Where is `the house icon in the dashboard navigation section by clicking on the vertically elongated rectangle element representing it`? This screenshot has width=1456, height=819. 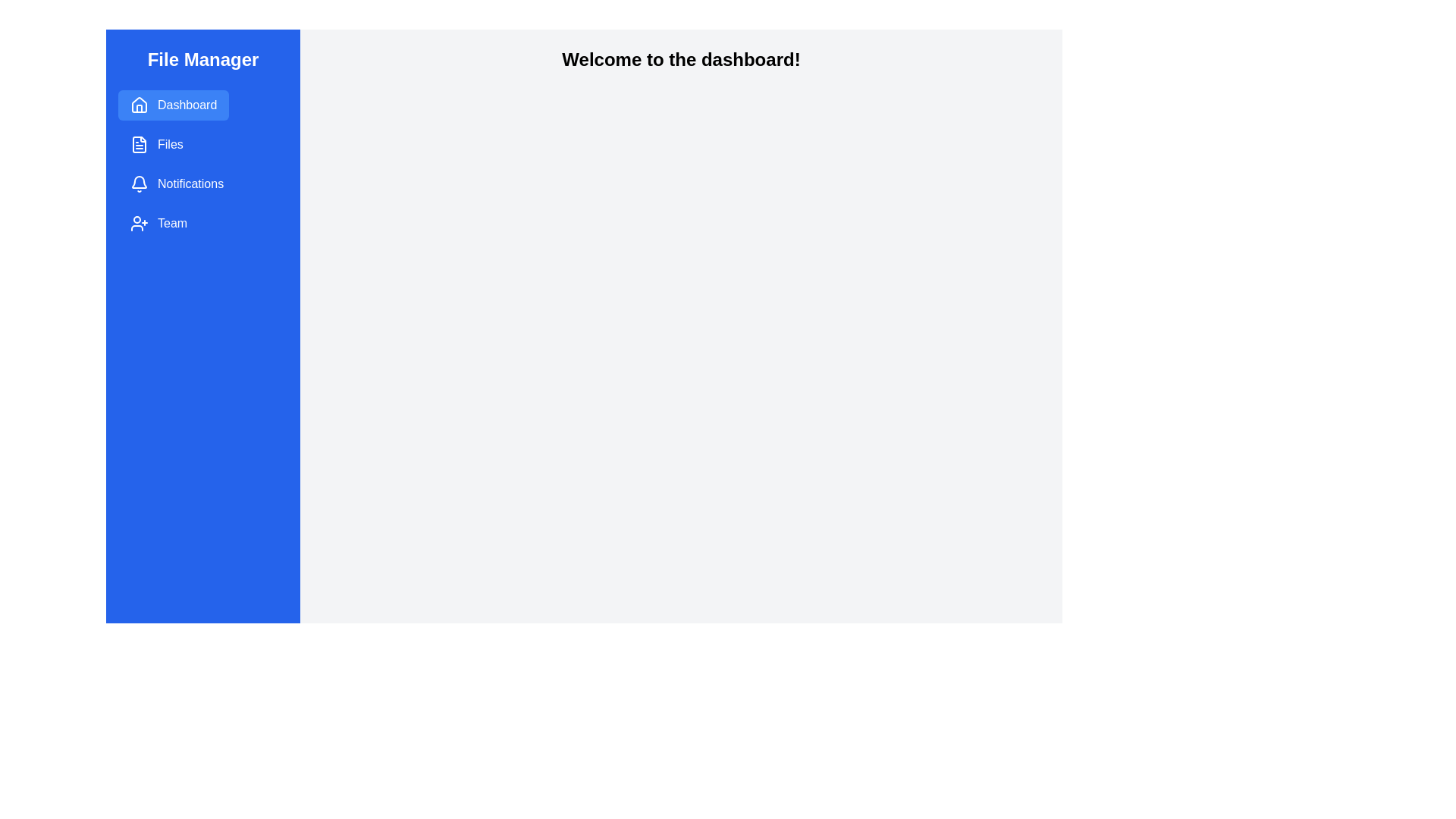
the house icon in the dashboard navigation section by clicking on the vertically elongated rectangle element representing it is located at coordinates (139, 108).